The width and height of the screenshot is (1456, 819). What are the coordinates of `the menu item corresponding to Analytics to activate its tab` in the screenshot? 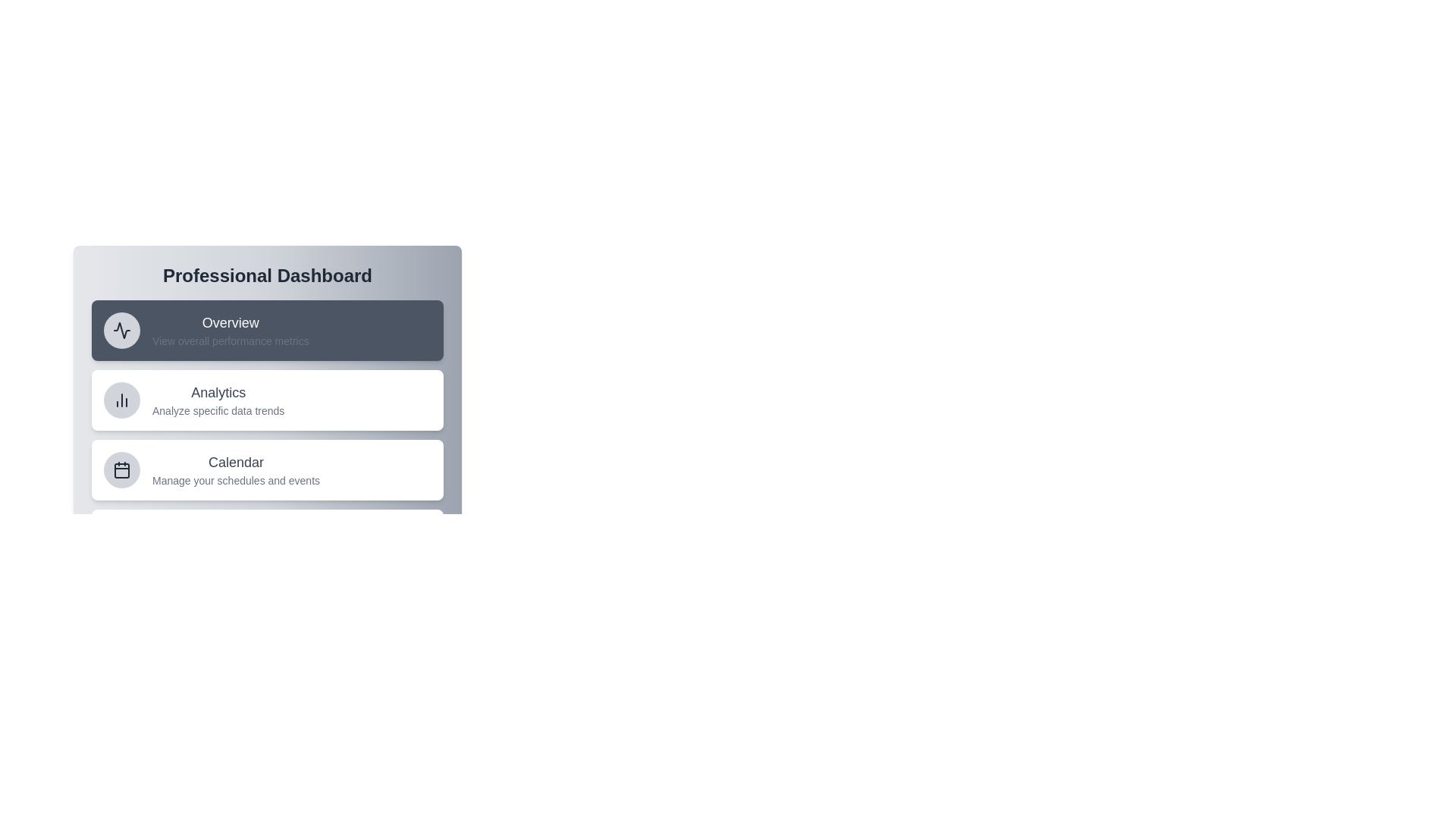 It's located at (268, 400).